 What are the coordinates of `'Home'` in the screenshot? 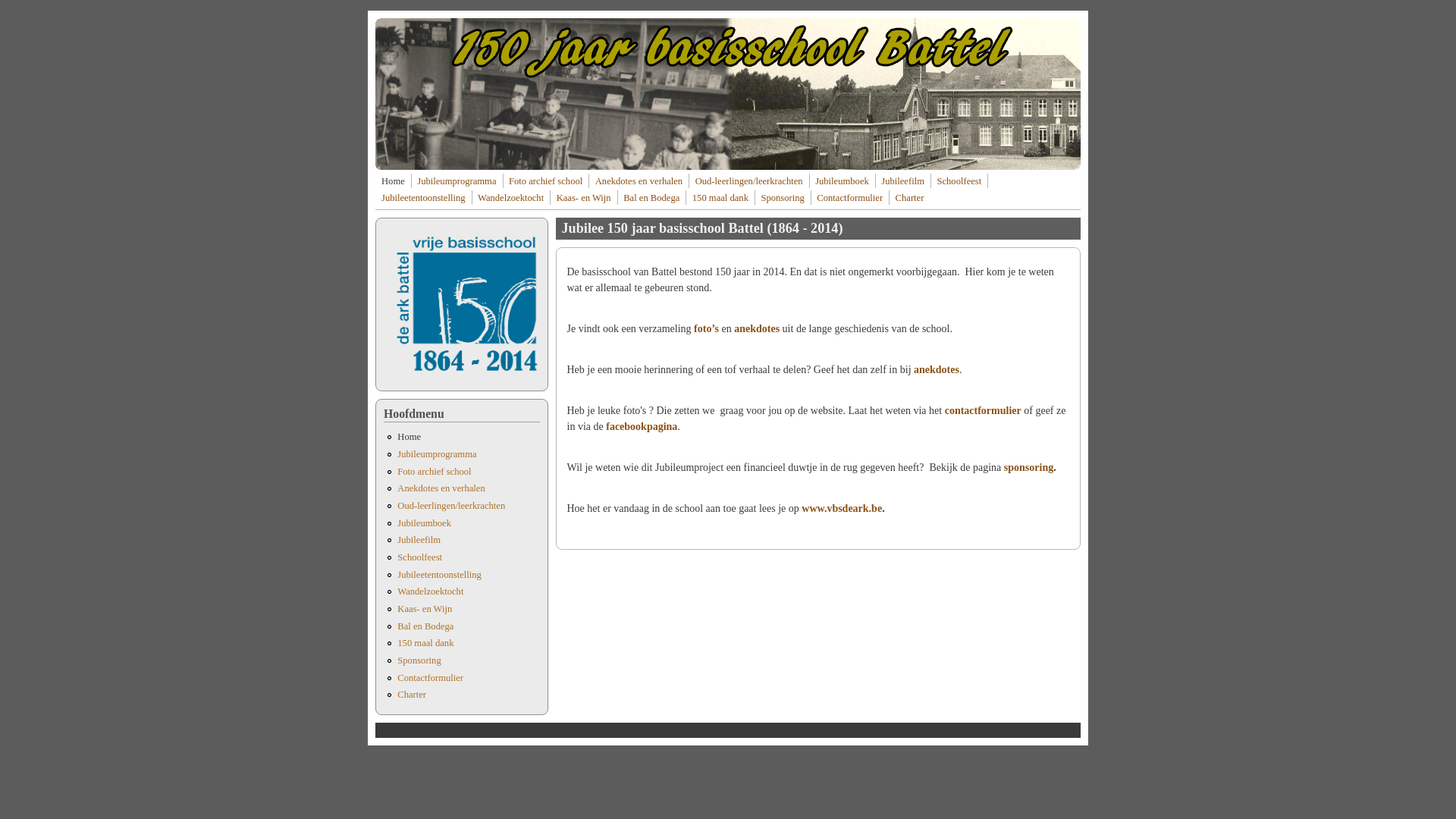 It's located at (393, 180).